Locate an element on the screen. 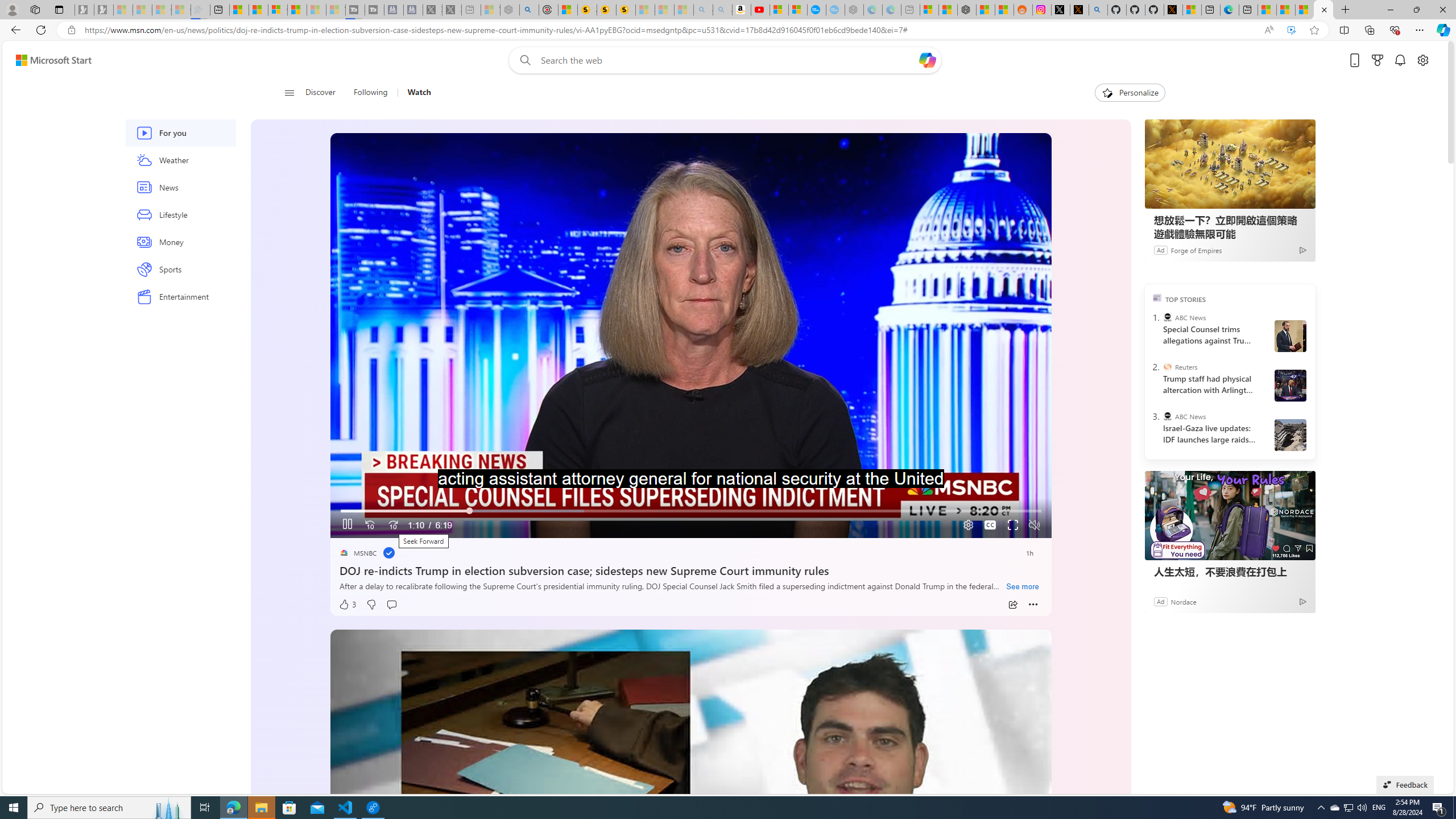  'placeholder MSNBC' is located at coordinates (357, 553).